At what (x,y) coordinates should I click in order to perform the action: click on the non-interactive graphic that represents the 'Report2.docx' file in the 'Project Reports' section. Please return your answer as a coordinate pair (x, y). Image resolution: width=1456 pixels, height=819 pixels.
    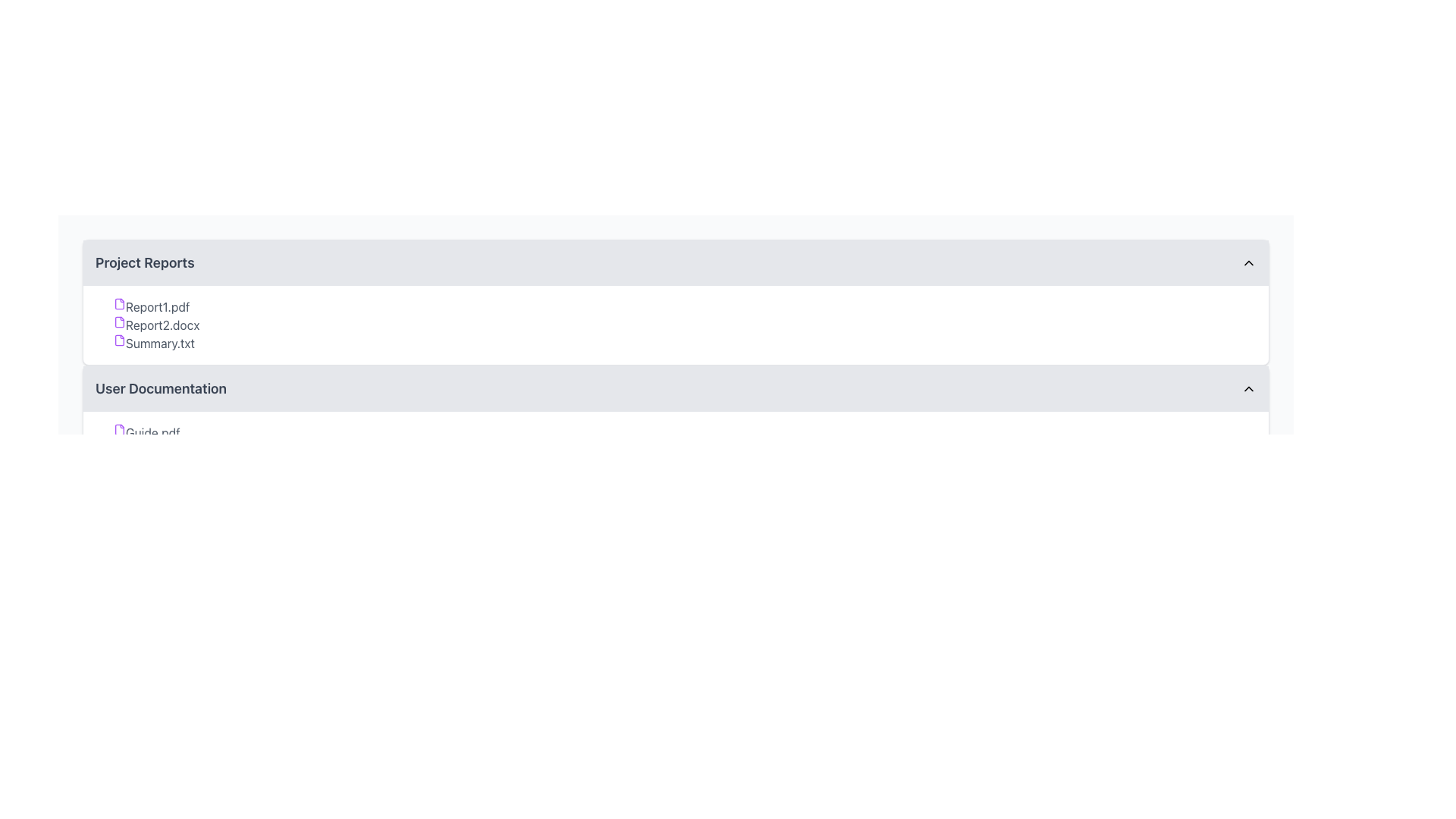
    Looking at the image, I should click on (119, 321).